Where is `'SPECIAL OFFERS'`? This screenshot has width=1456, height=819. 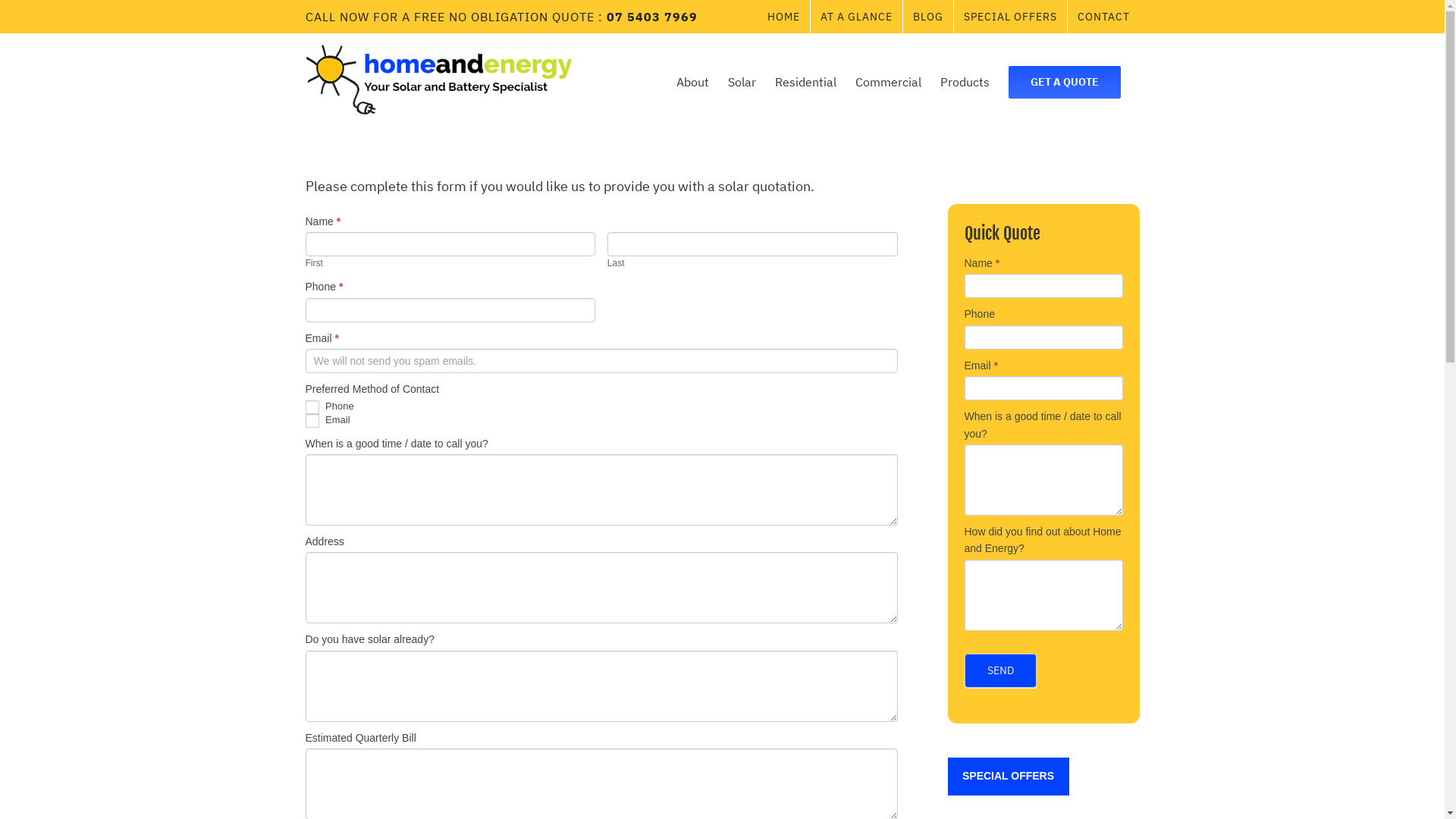
'SPECIAL OFFERS' is located at coordinates (1008, 776).